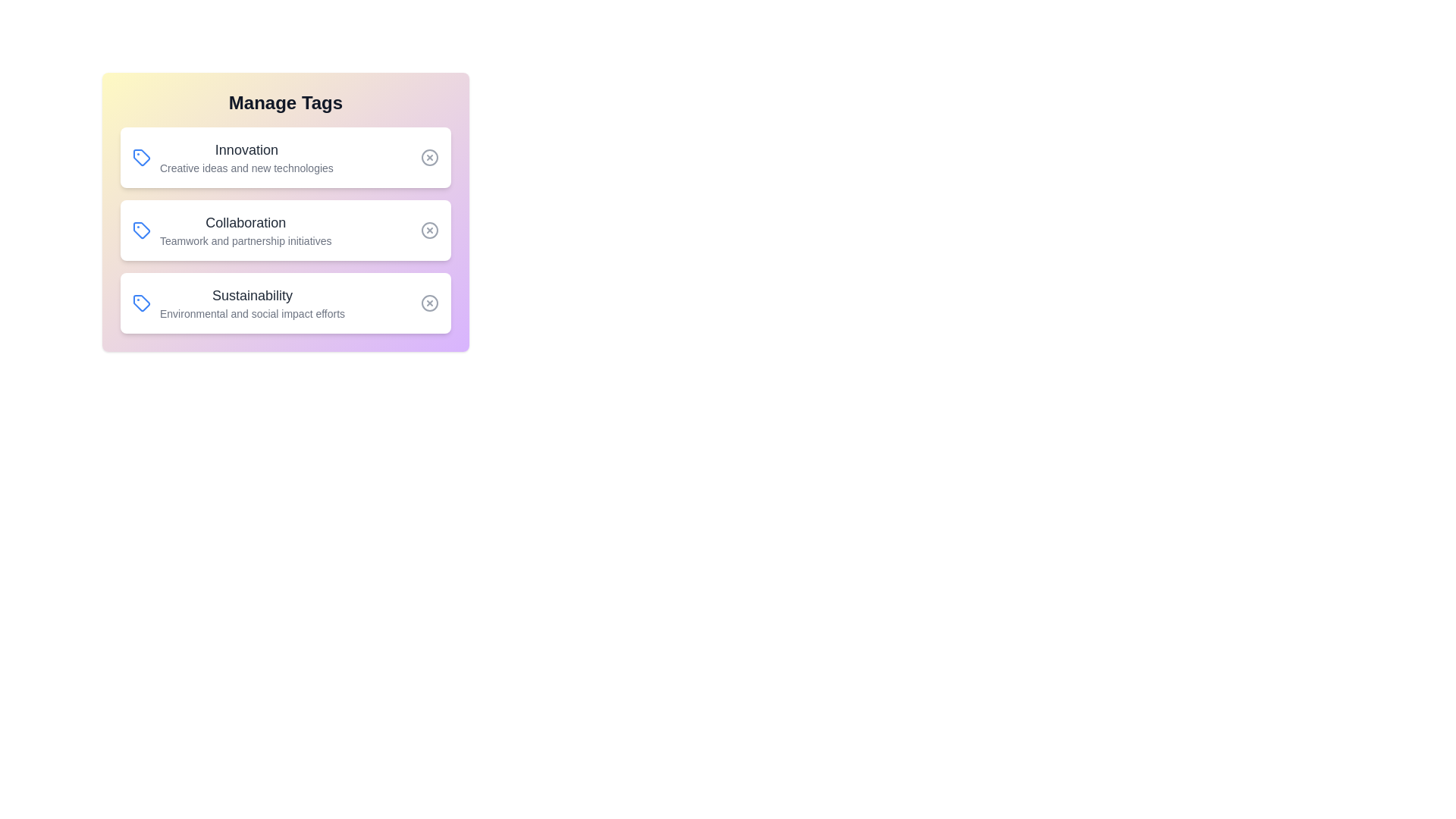  Describe the element at coordinates (428, 231) in the screenshot. I see `the 'Remove' button for the tag 'Collaboration'` at that location.